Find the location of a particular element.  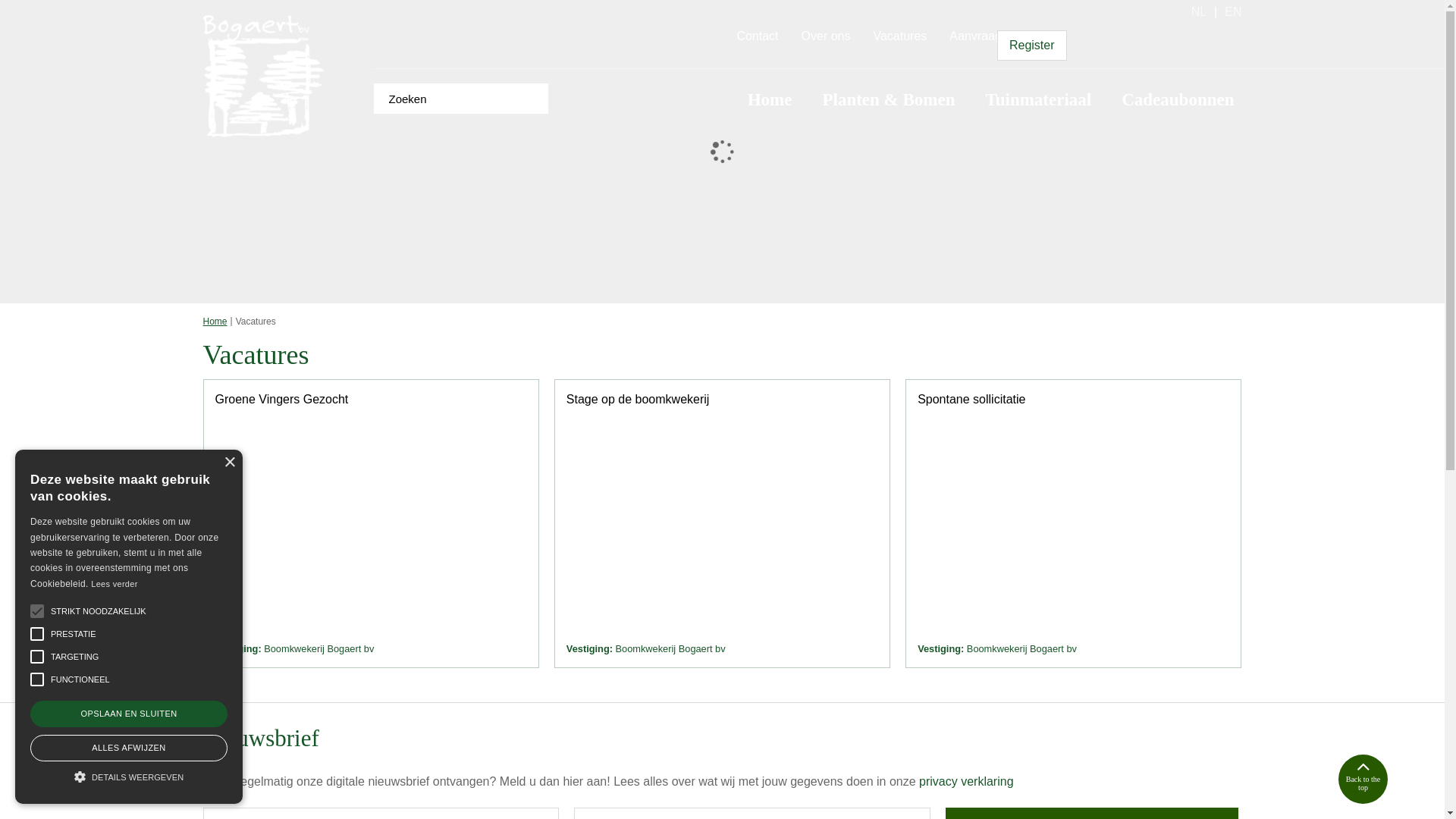

'Register' is located at coordinates (1031, 45).